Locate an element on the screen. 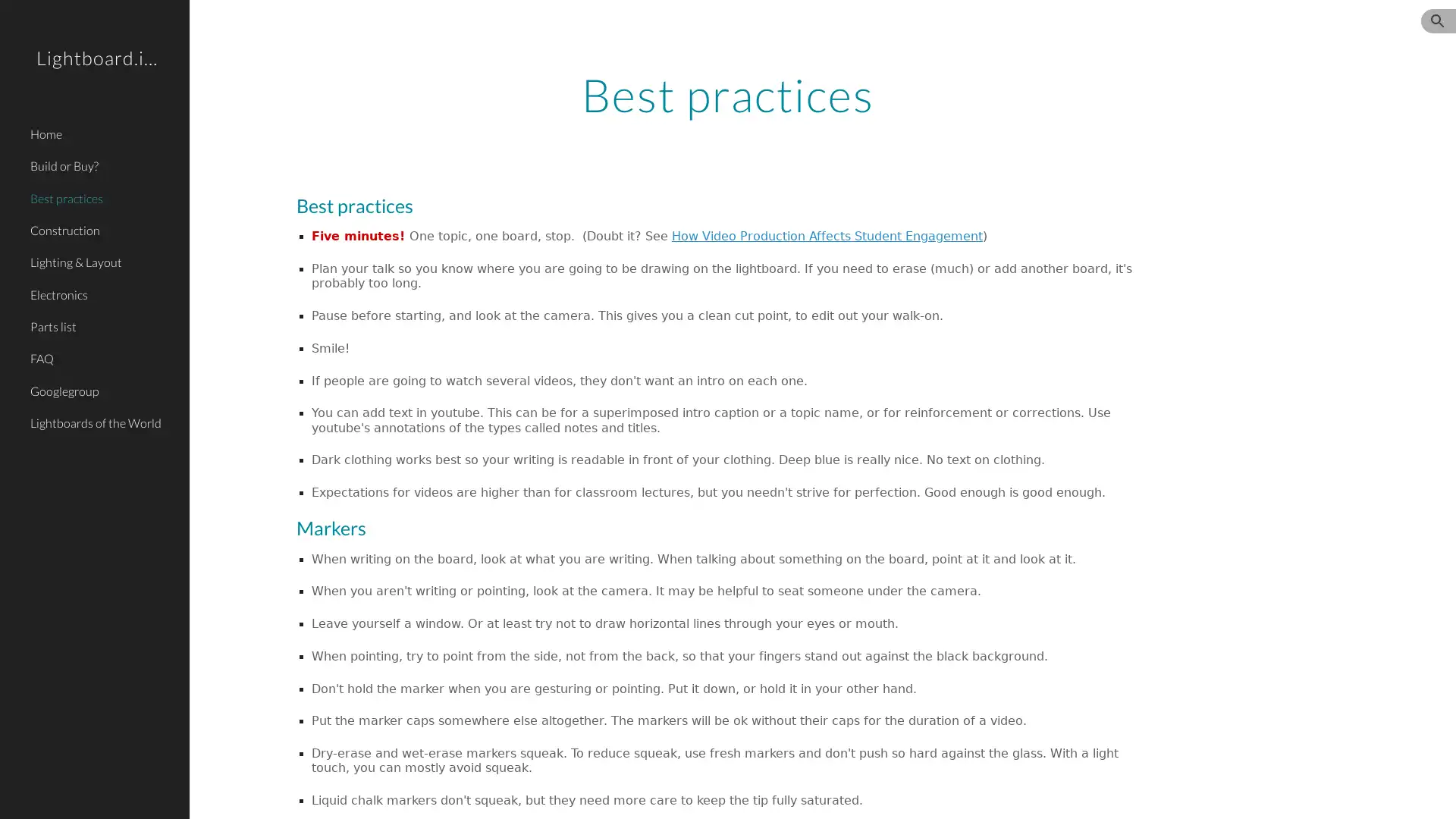  Copy heading link is located at coordinates (476, 526).